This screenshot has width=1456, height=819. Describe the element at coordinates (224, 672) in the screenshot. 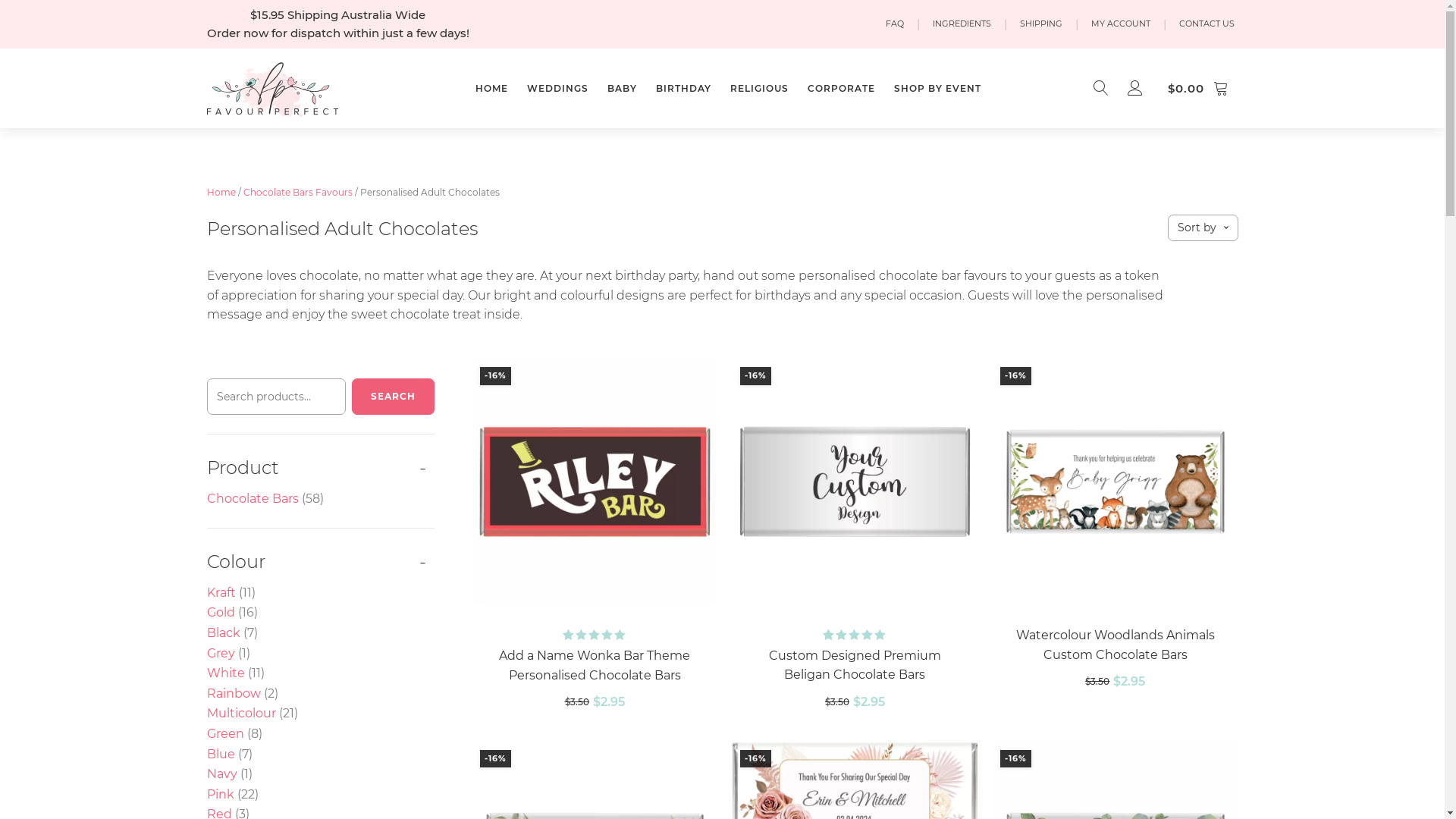

I see `'White'` at that location.